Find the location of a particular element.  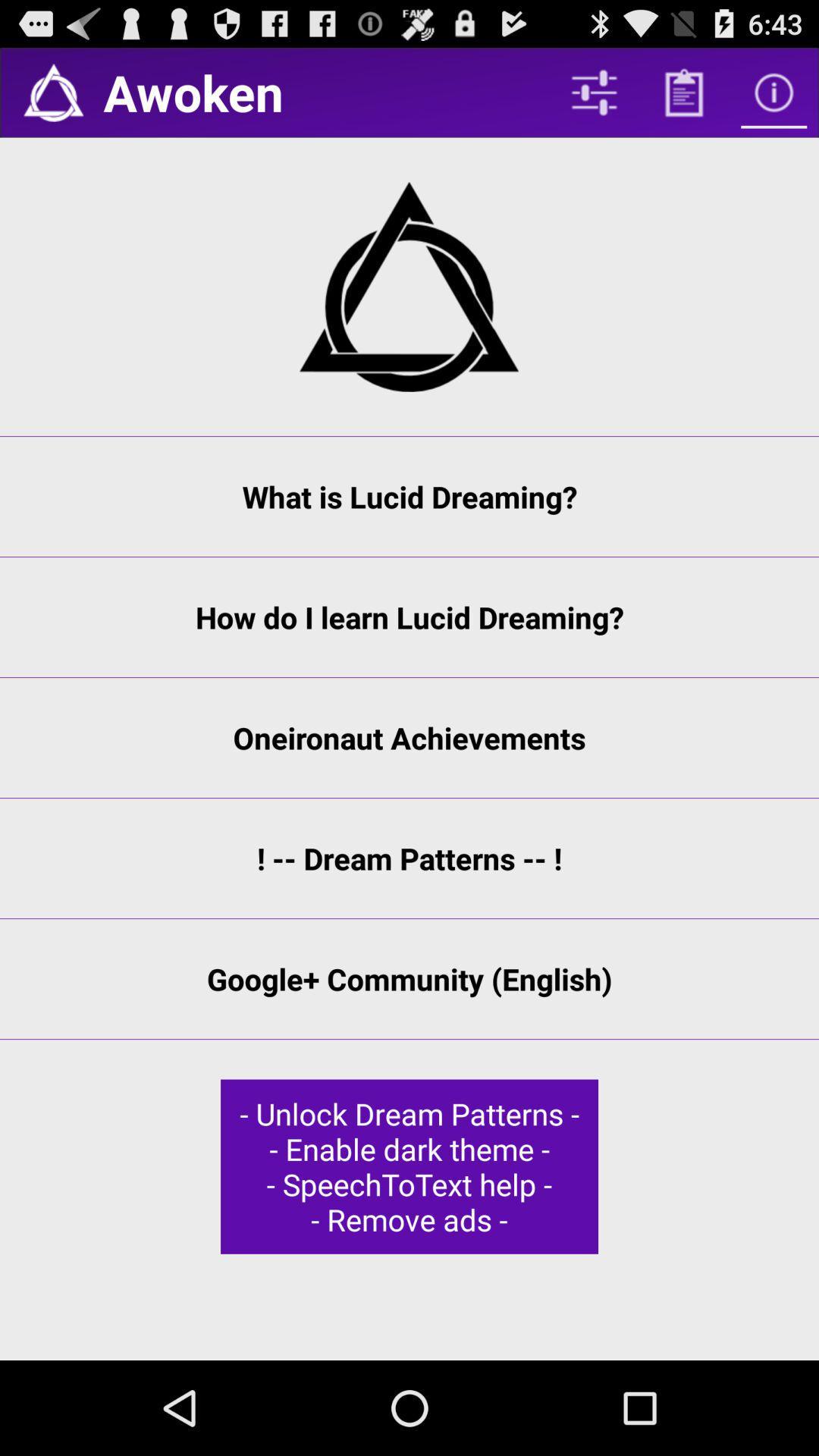

copy to clipboard is located at coordinates (684, 92).